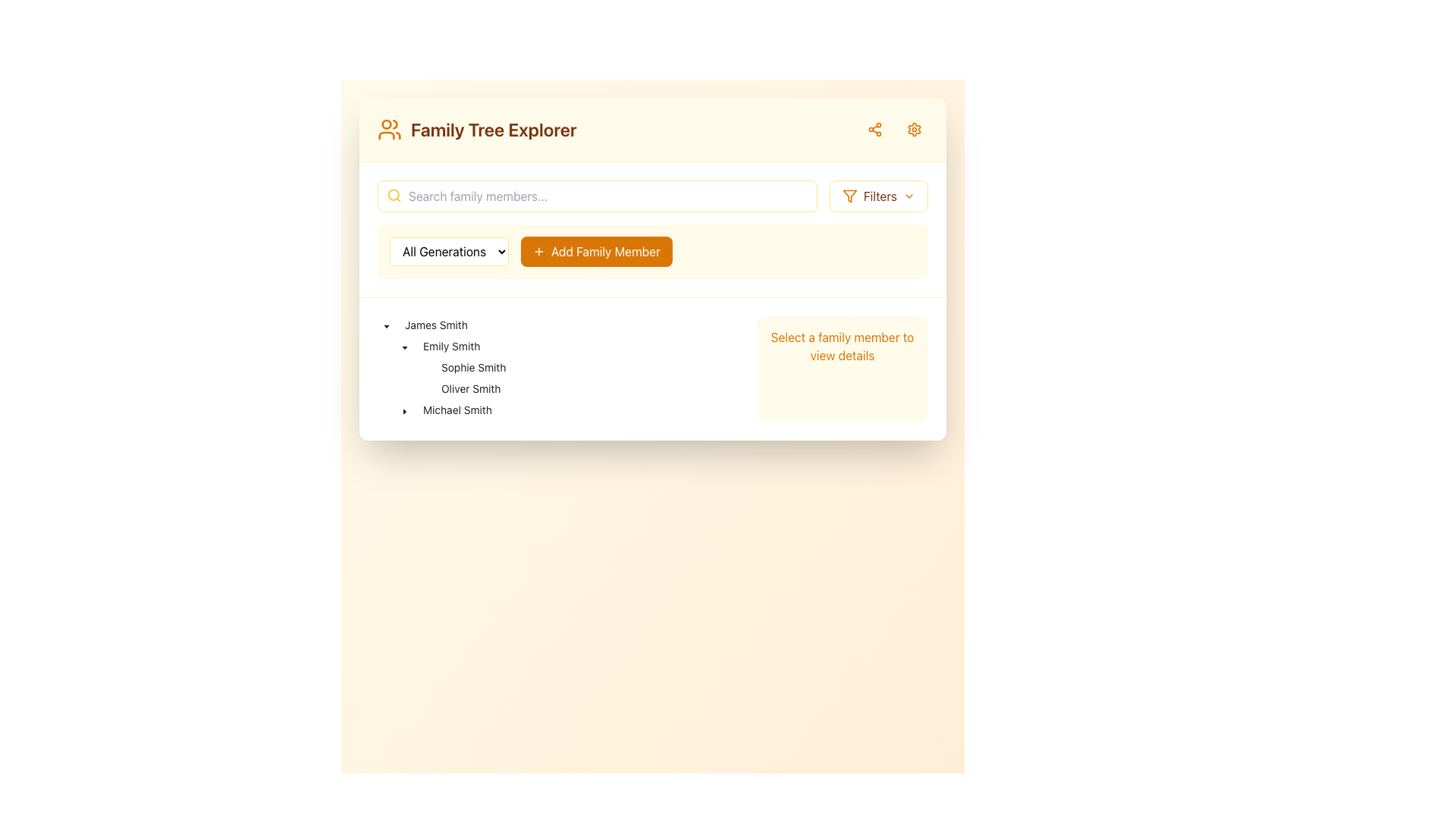 The height and width of the screenshot is (819, 1456). I want to click on the toggle icon located in the navigation tree, specifically to the left of the text 'Emily Smith' under the 'James Smith' node, to trigger any hover effects, so click(386, 326).